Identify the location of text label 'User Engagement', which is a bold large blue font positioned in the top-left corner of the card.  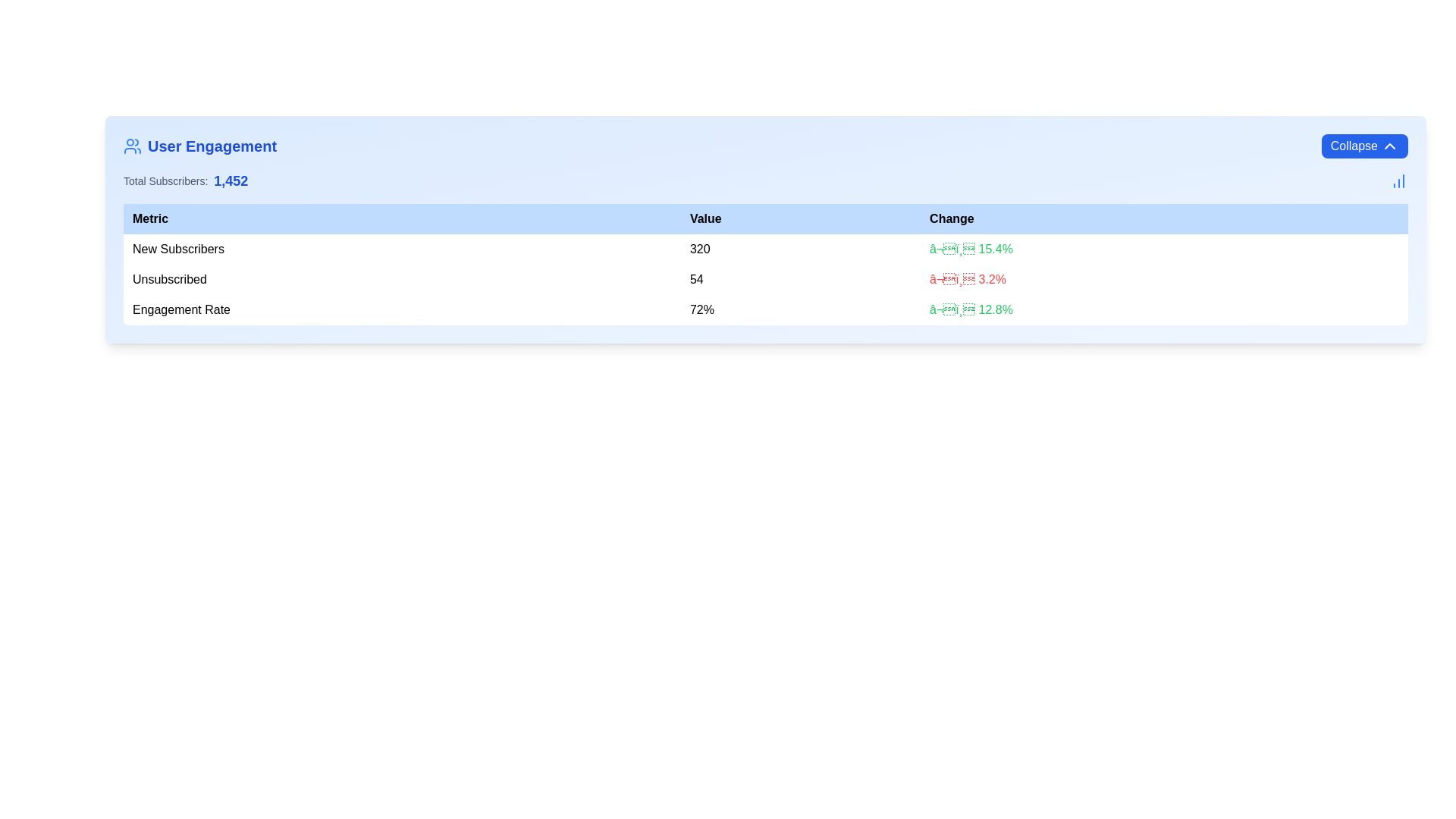
(211, 146).